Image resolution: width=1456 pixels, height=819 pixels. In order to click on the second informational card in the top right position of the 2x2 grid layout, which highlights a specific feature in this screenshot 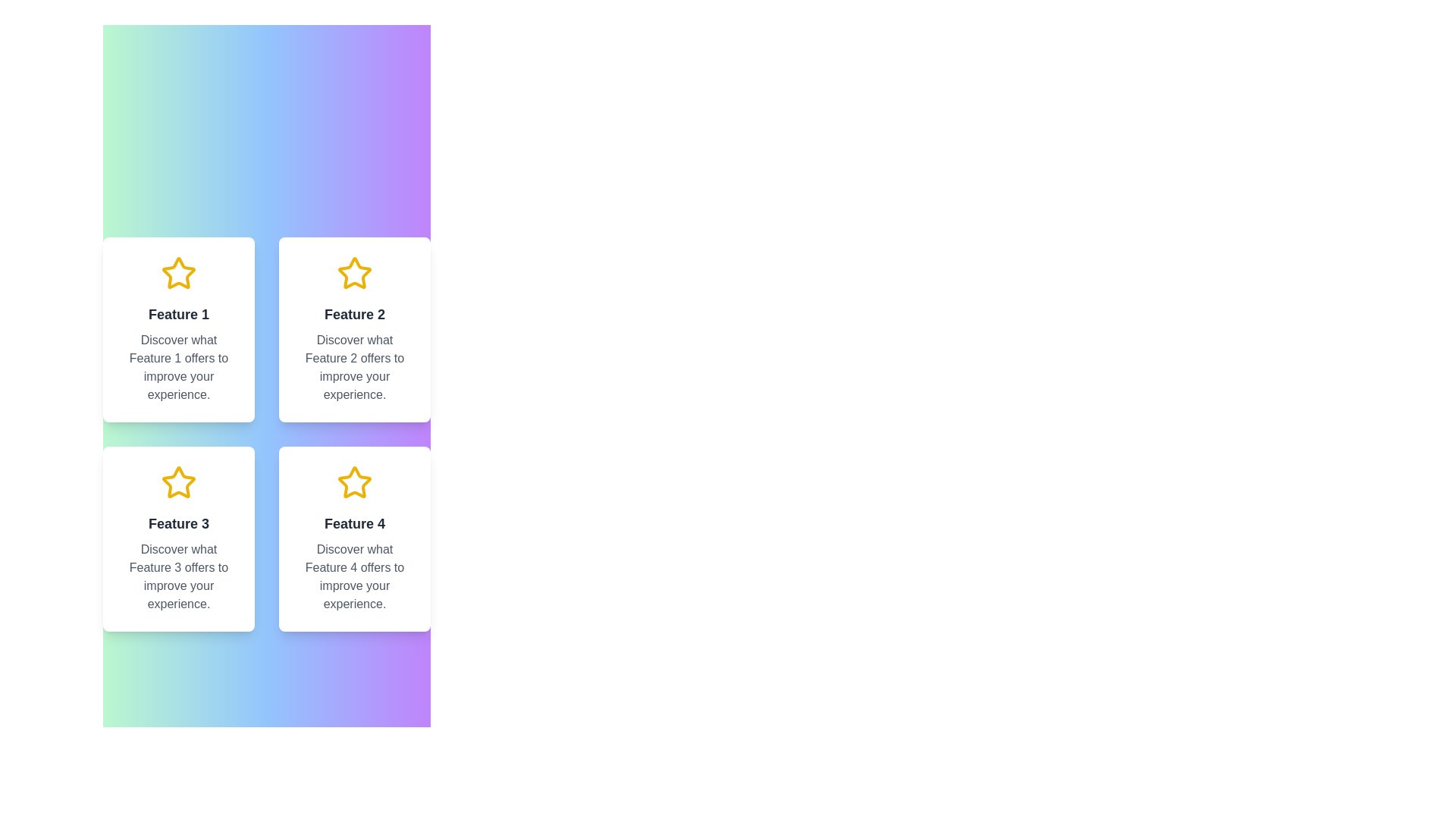, I will do `click(353, 329)`.